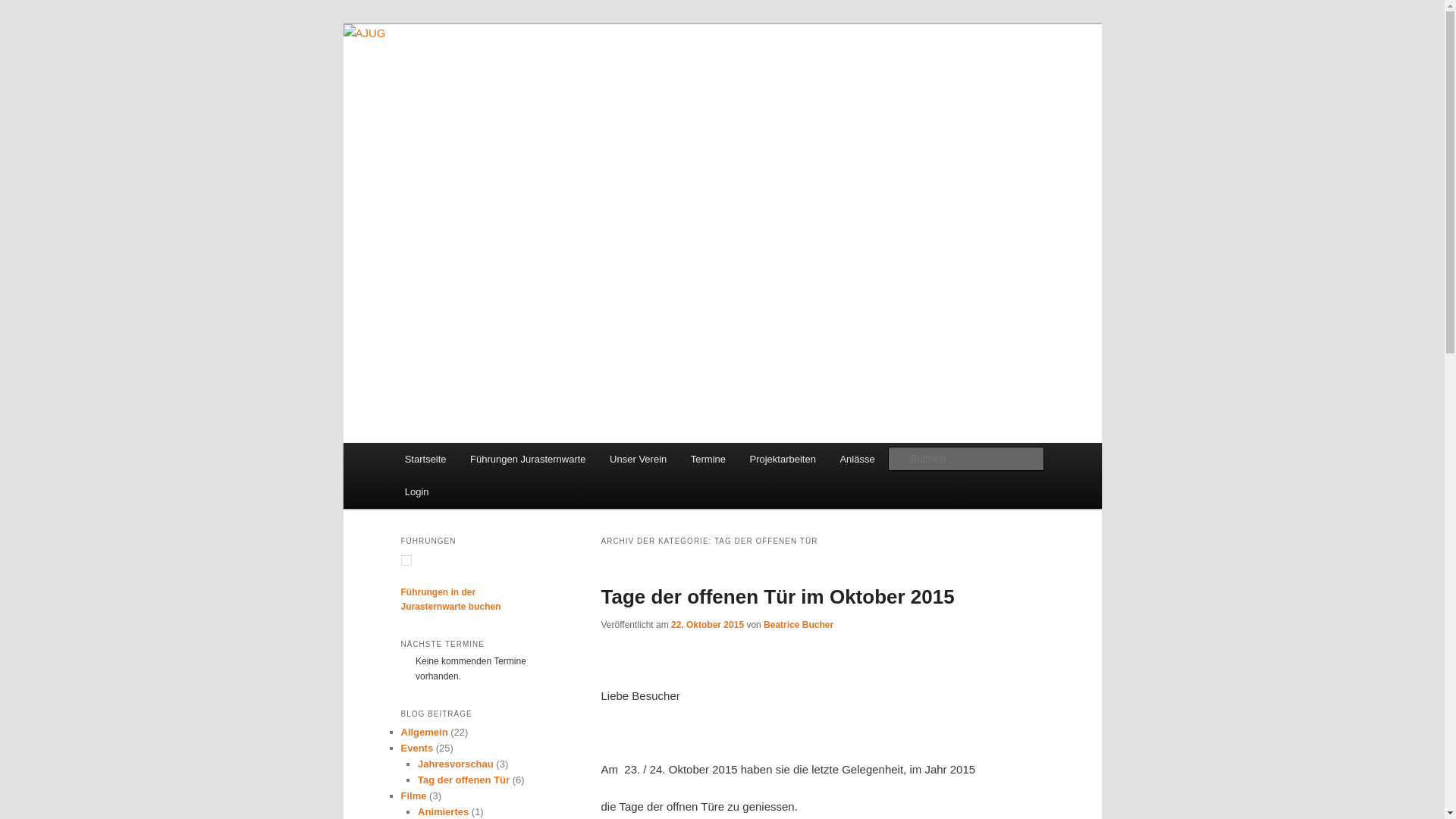  Describe the element at coordinates (797, 625) in the screenshot. I see `'Beatrice Bucher'` at that location.